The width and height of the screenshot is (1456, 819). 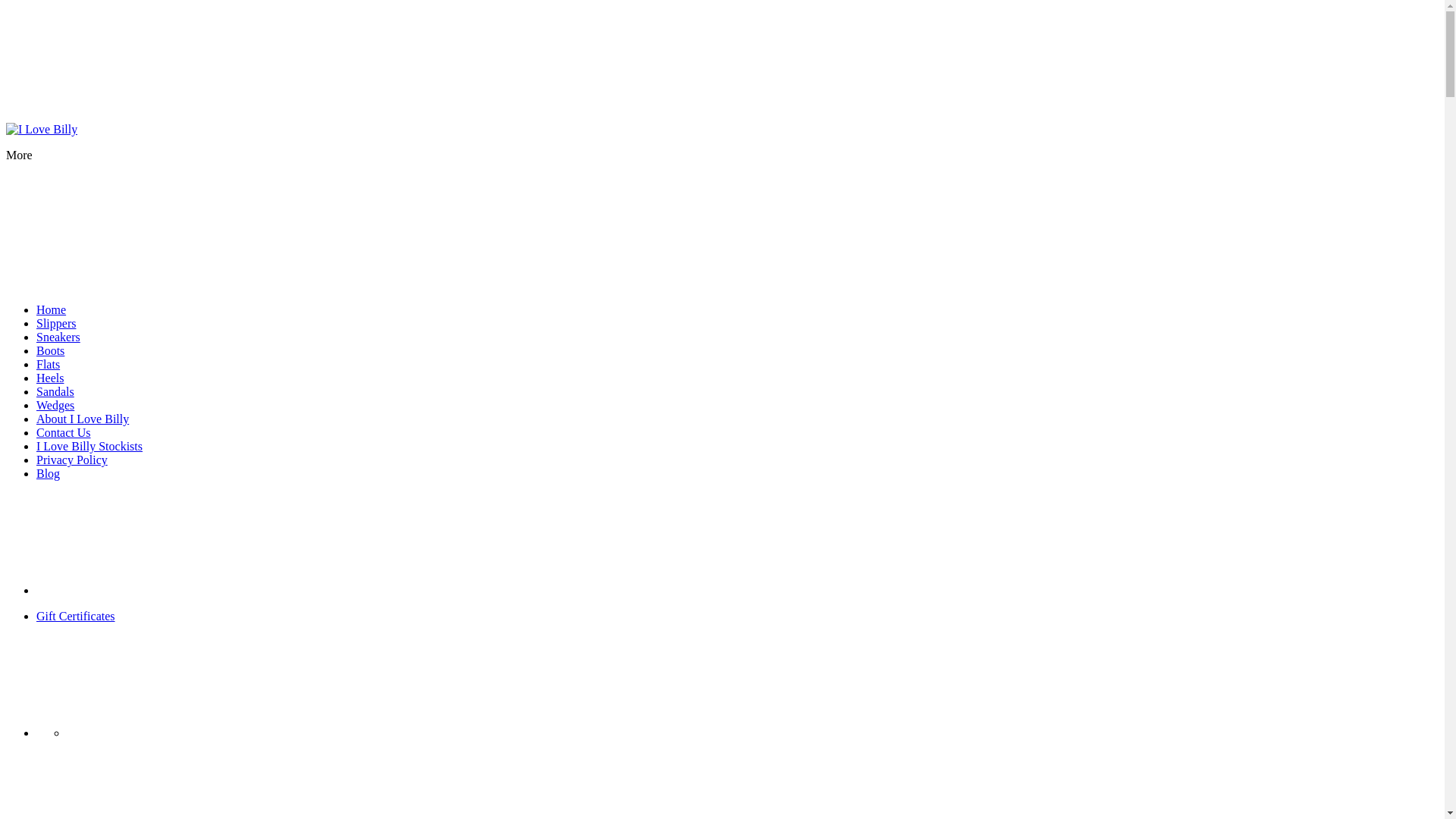 What do you see at coordinates (75, 616) in the screenshot?
I see `'Gift Certificates'` at bounding box center [75, 616].